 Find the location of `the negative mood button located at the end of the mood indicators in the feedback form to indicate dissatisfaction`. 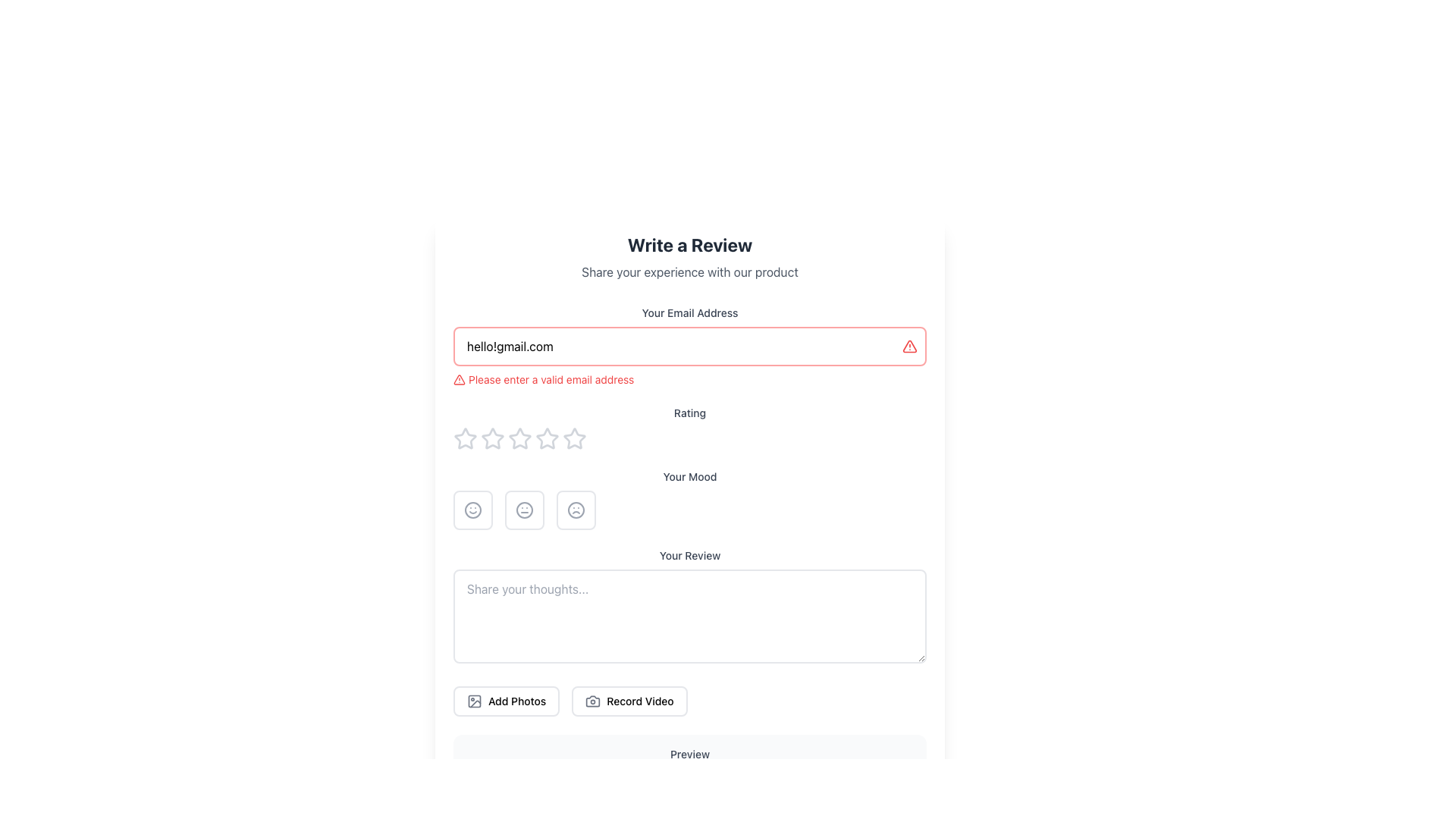

the negative mood button located at the end of the mood indicators in the feedback form to indicate dissatisfaction is located at coordinates (575, 510).